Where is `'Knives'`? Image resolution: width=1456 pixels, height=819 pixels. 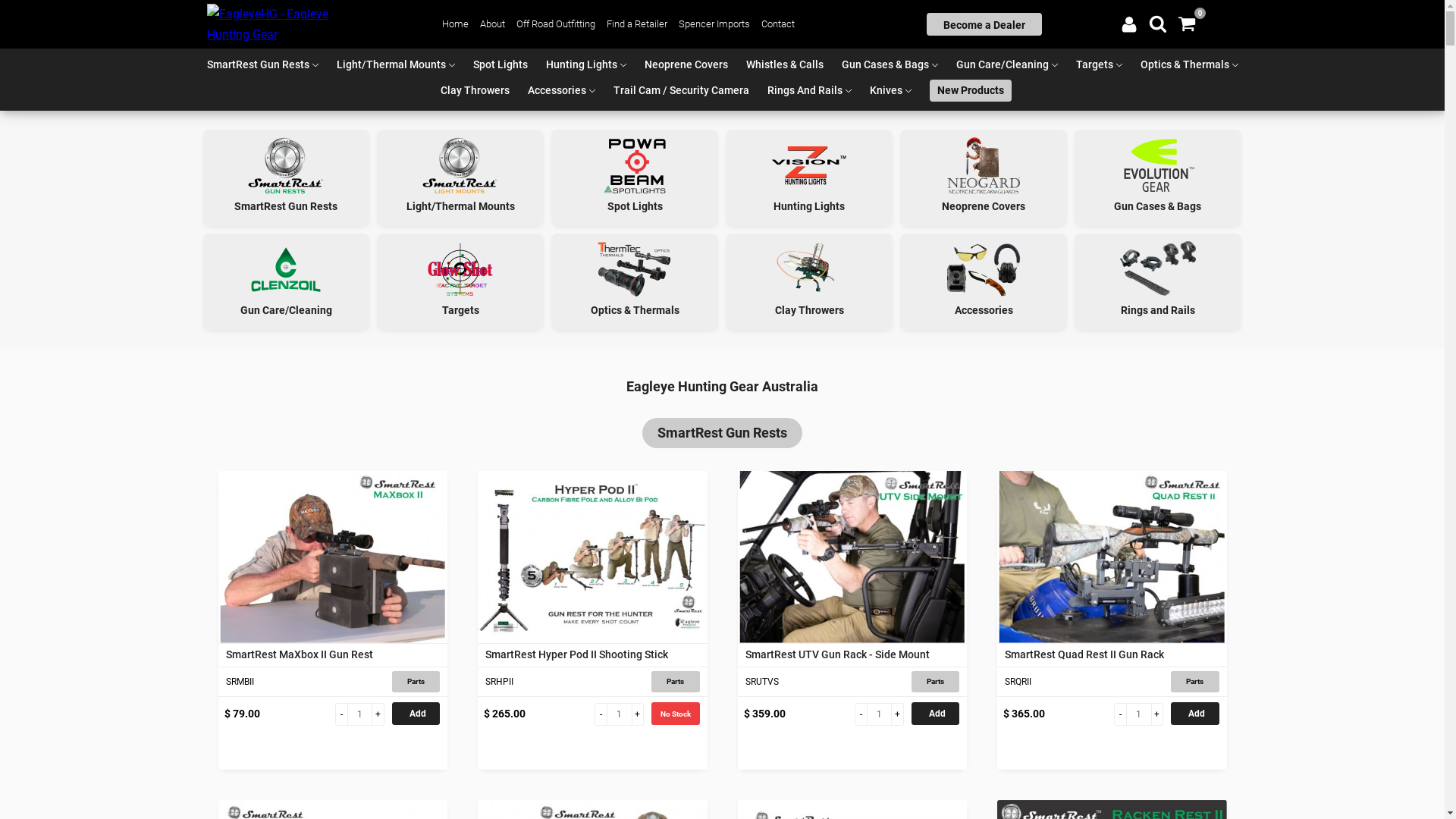 'Knives' is located at coordinates (886, 90).